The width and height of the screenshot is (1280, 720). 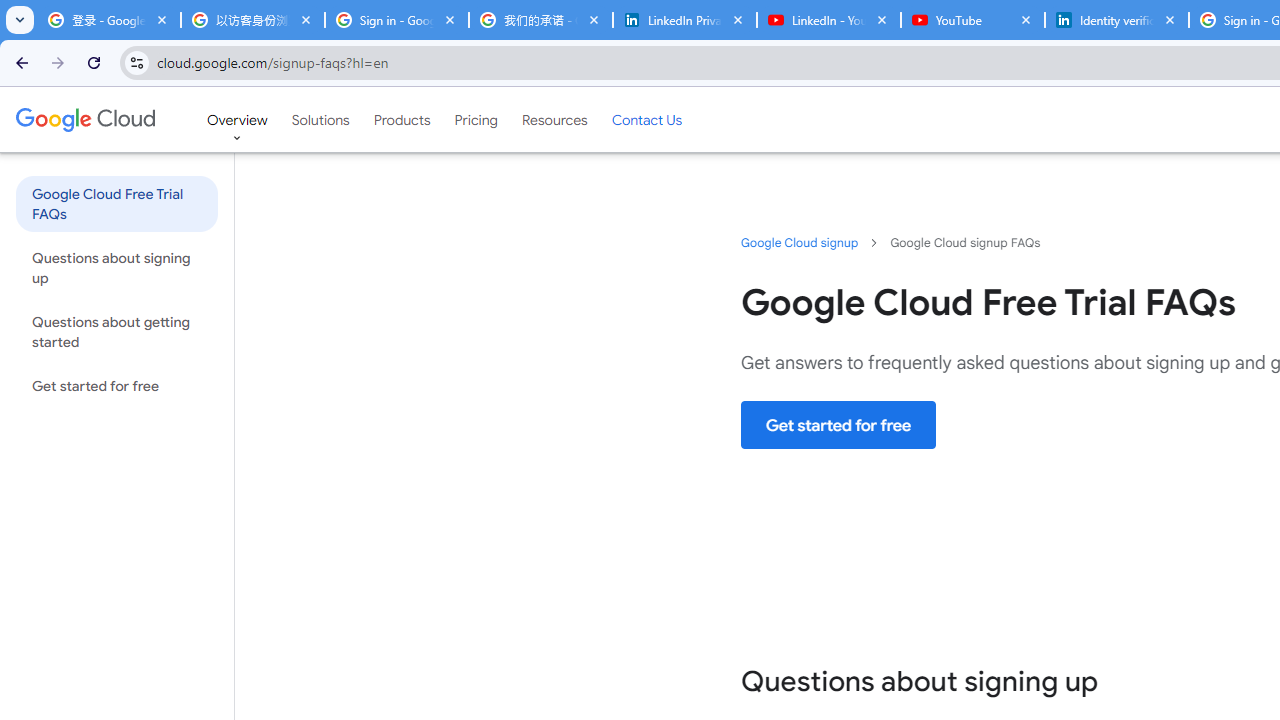 I want to click on 'Questions about getting started', so click(x=115, y=330).